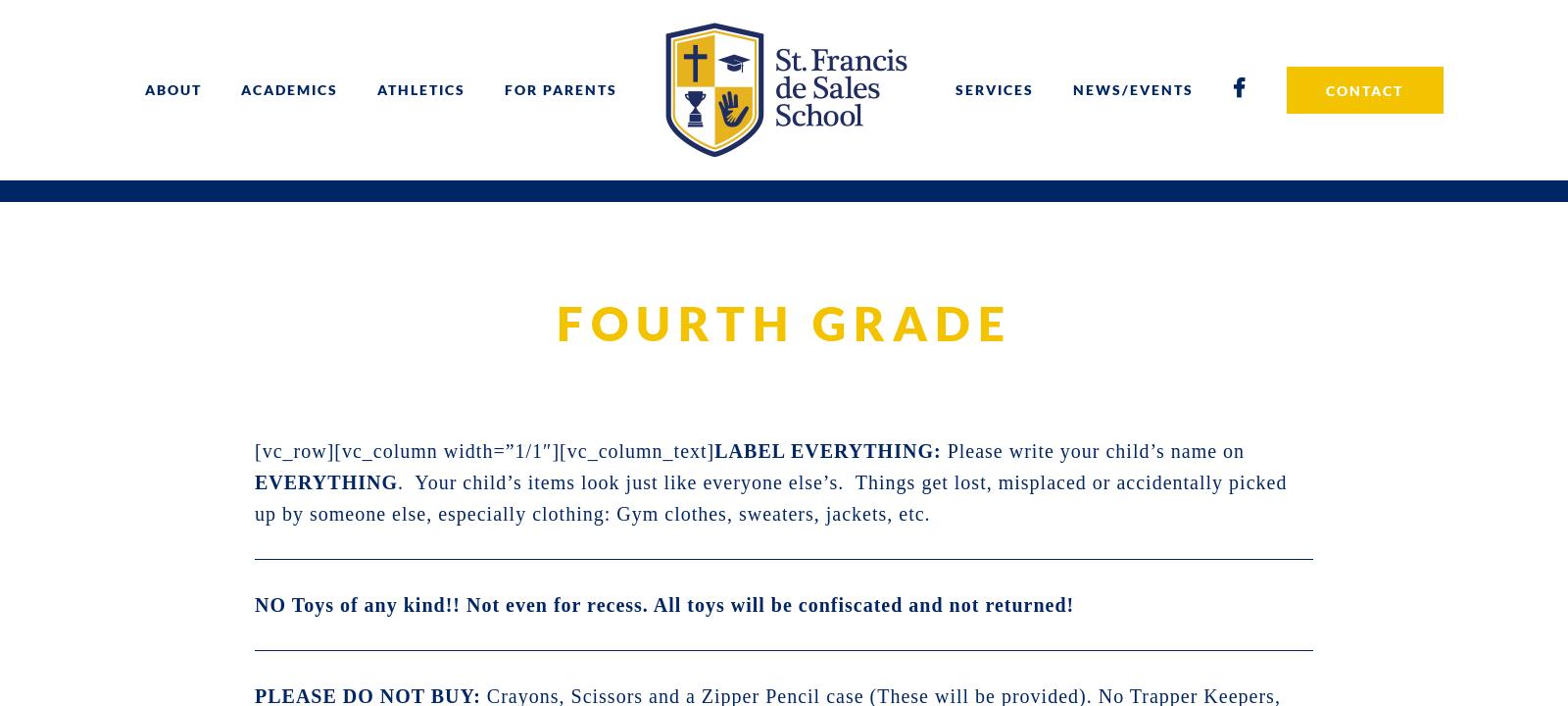 Image resolution: width=1568 pixels, height=706 pixels. What do you see at coordinates (394, 287) in the screenshot?
I see `'Registration'` at bounding box center [394, 287].